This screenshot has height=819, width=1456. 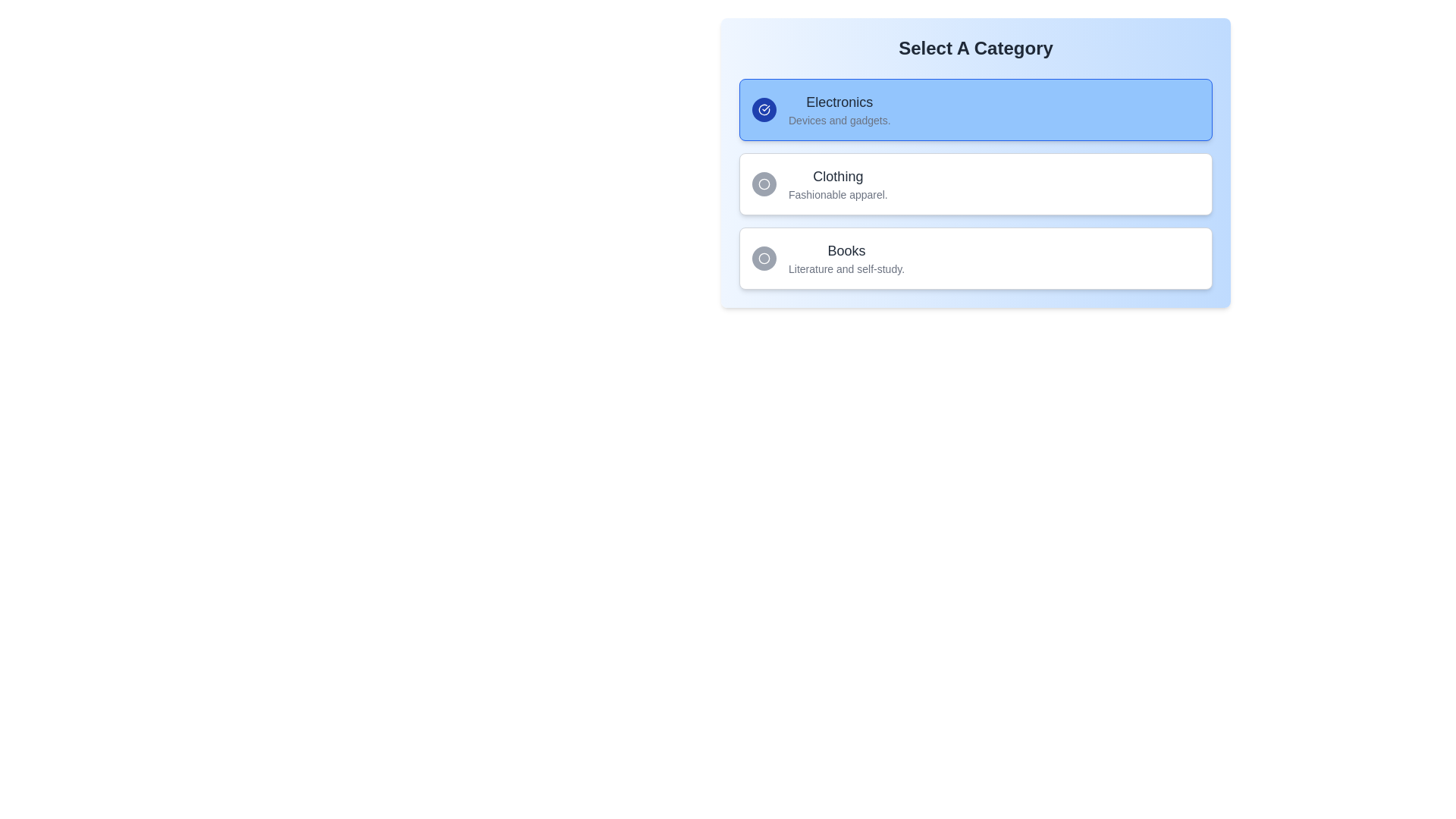 I want to click on the text label displaying 'Clothing', which is a bold, medium-sized dark grey font located above 'Fashionable apparel' in the vertical list of categories, so click(x=837, y=175).